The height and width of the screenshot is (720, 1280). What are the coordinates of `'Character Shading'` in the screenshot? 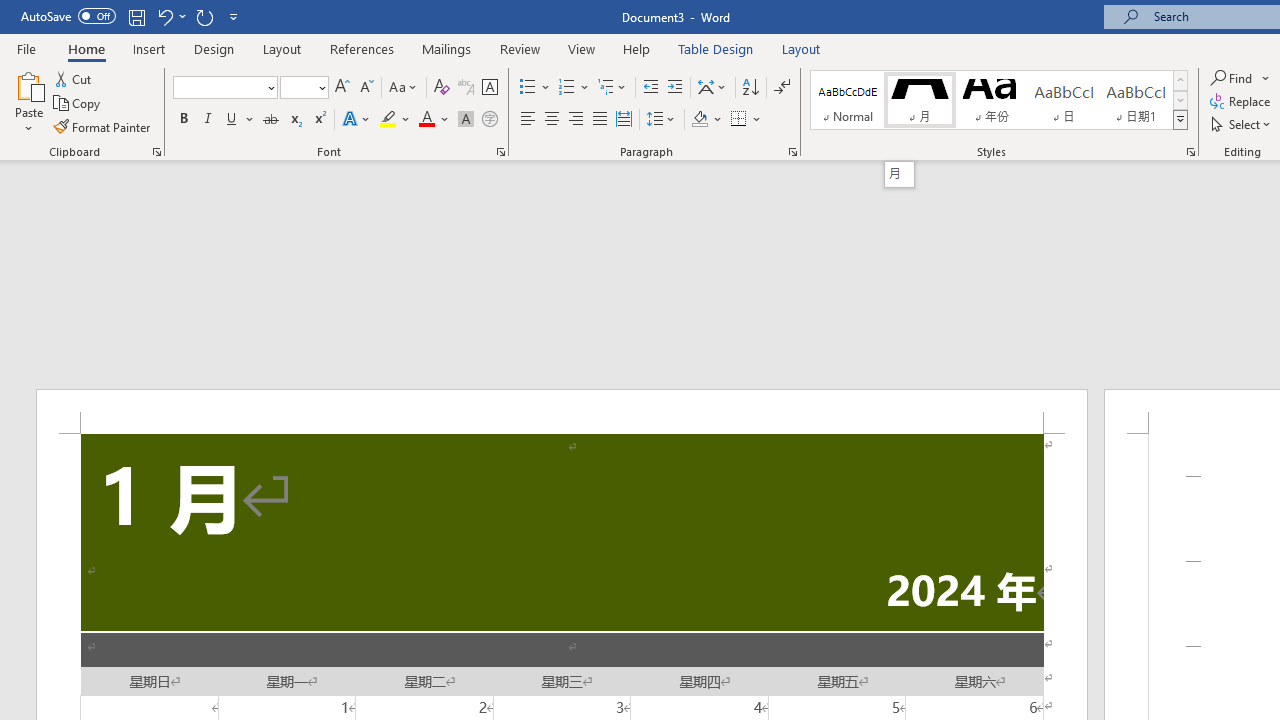 It's located at (464, 119).